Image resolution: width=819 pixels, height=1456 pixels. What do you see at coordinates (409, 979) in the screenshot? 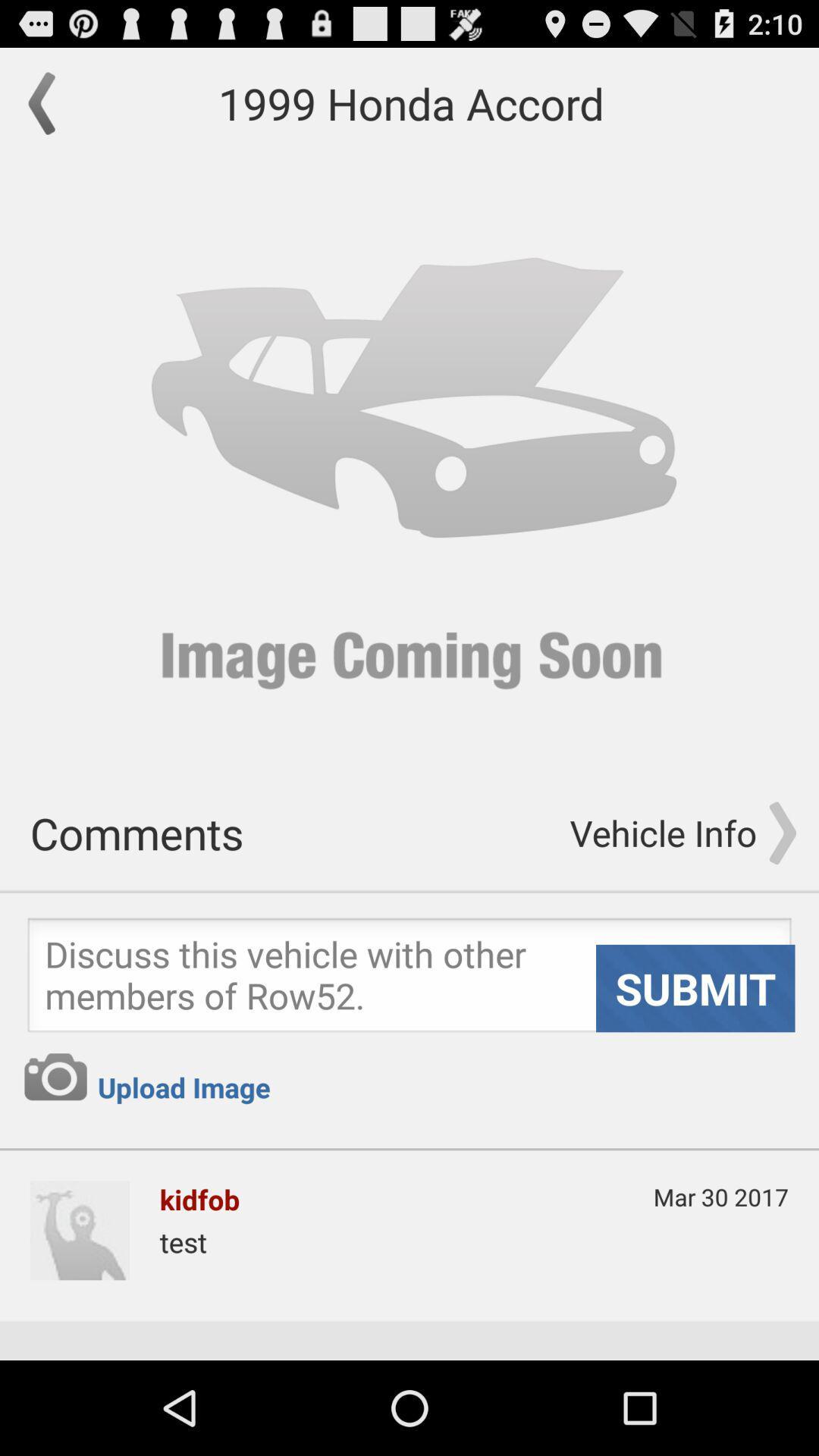
I see `submit` at bounding box center [409, 979].